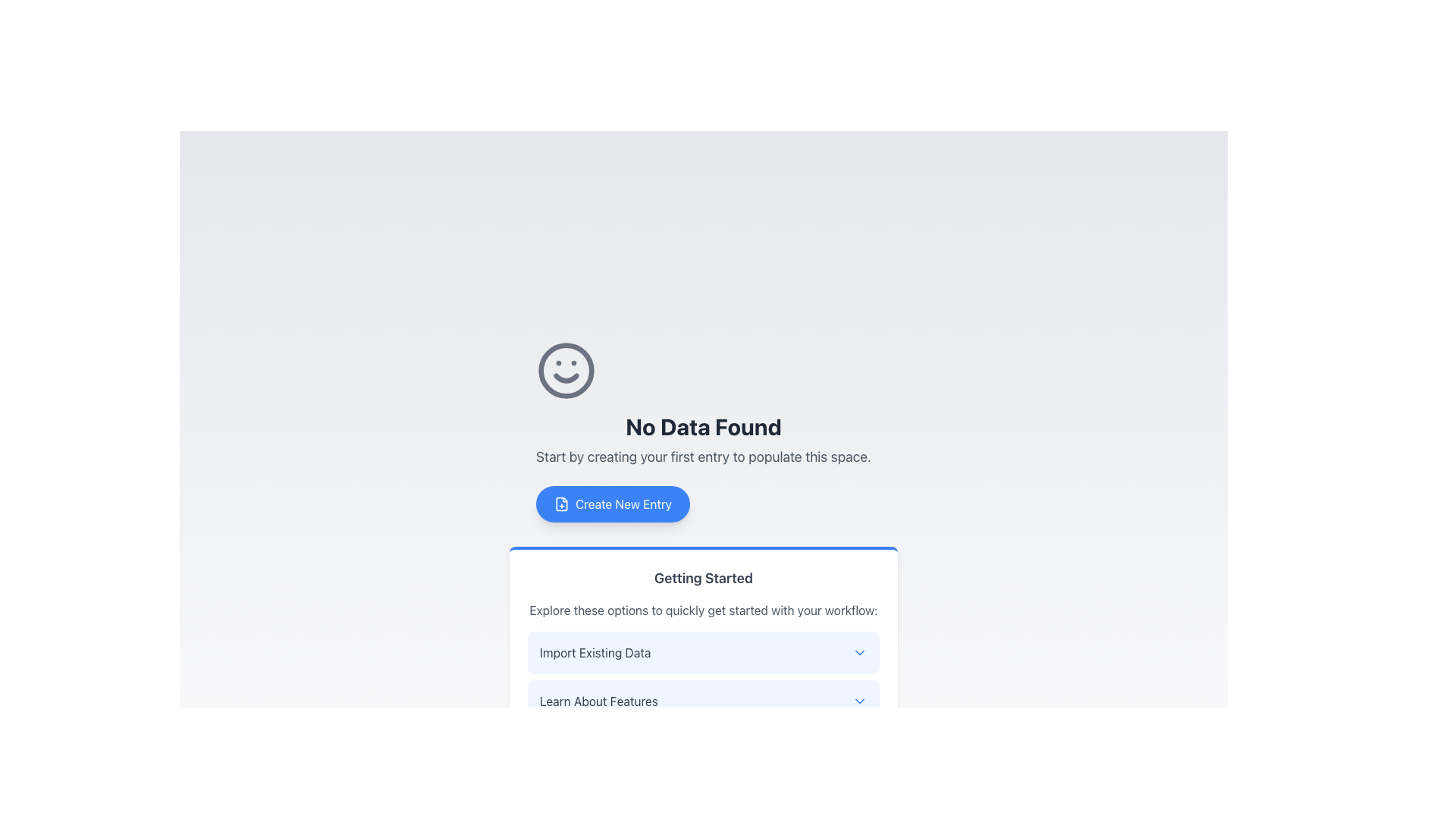  What do you see at coordinates (613, 504) in the screenshot?
I see `the prominent button labeled 'Create New Entry' with a document plus icon to initiate a new entry` at bounding box center [613, 504].